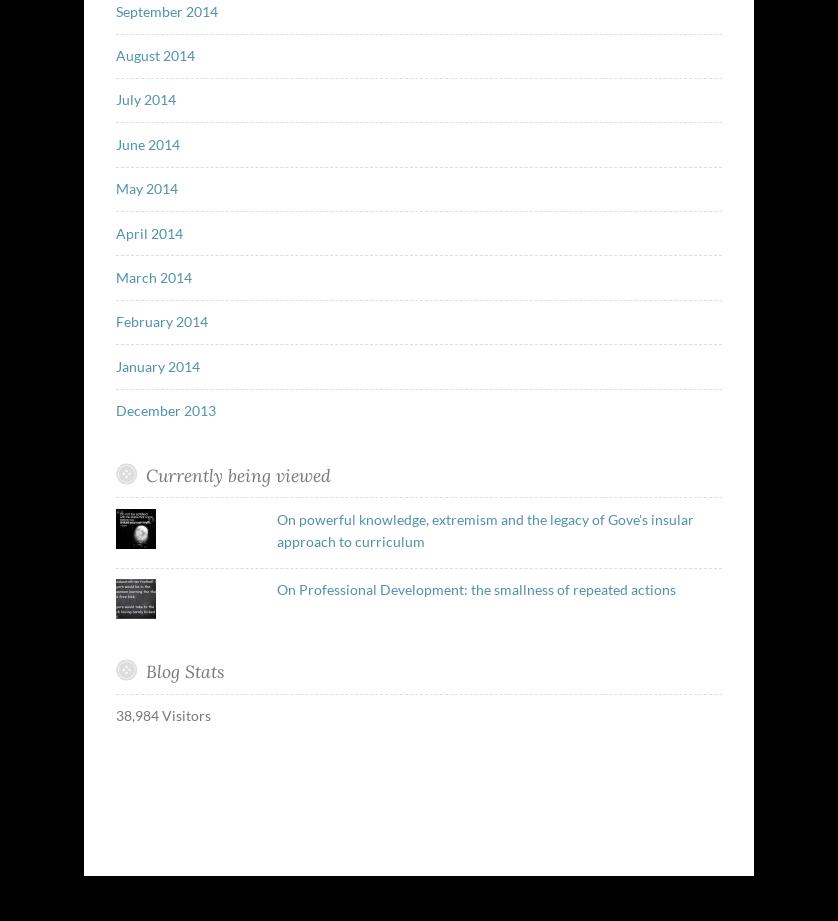 This screenshot has width=838, height=921. I want to click on 'December 2013', so click(114, 410).